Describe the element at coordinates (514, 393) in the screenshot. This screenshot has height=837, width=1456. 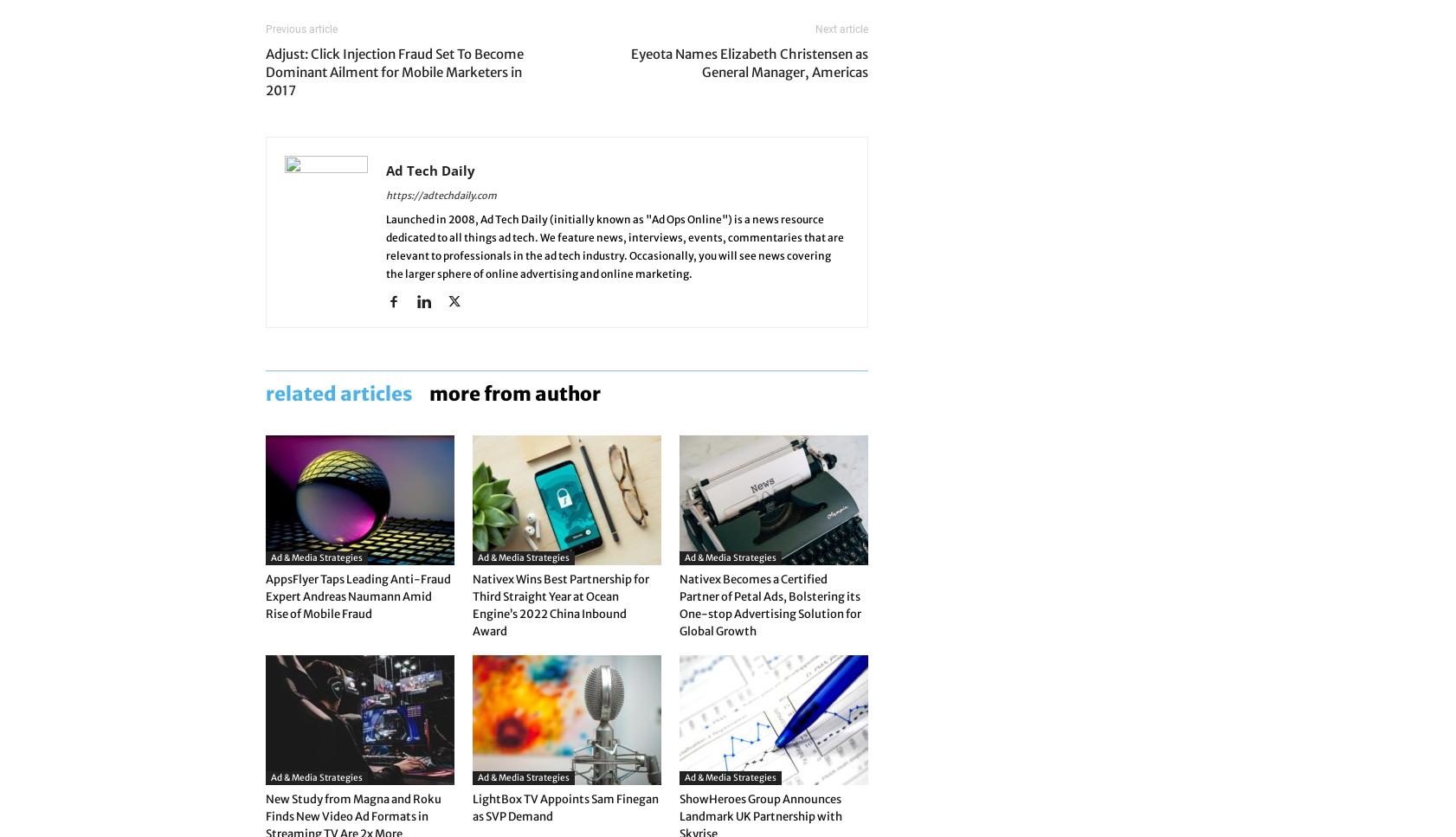
I see `'MORE FROM AUTHOR'` at that location.